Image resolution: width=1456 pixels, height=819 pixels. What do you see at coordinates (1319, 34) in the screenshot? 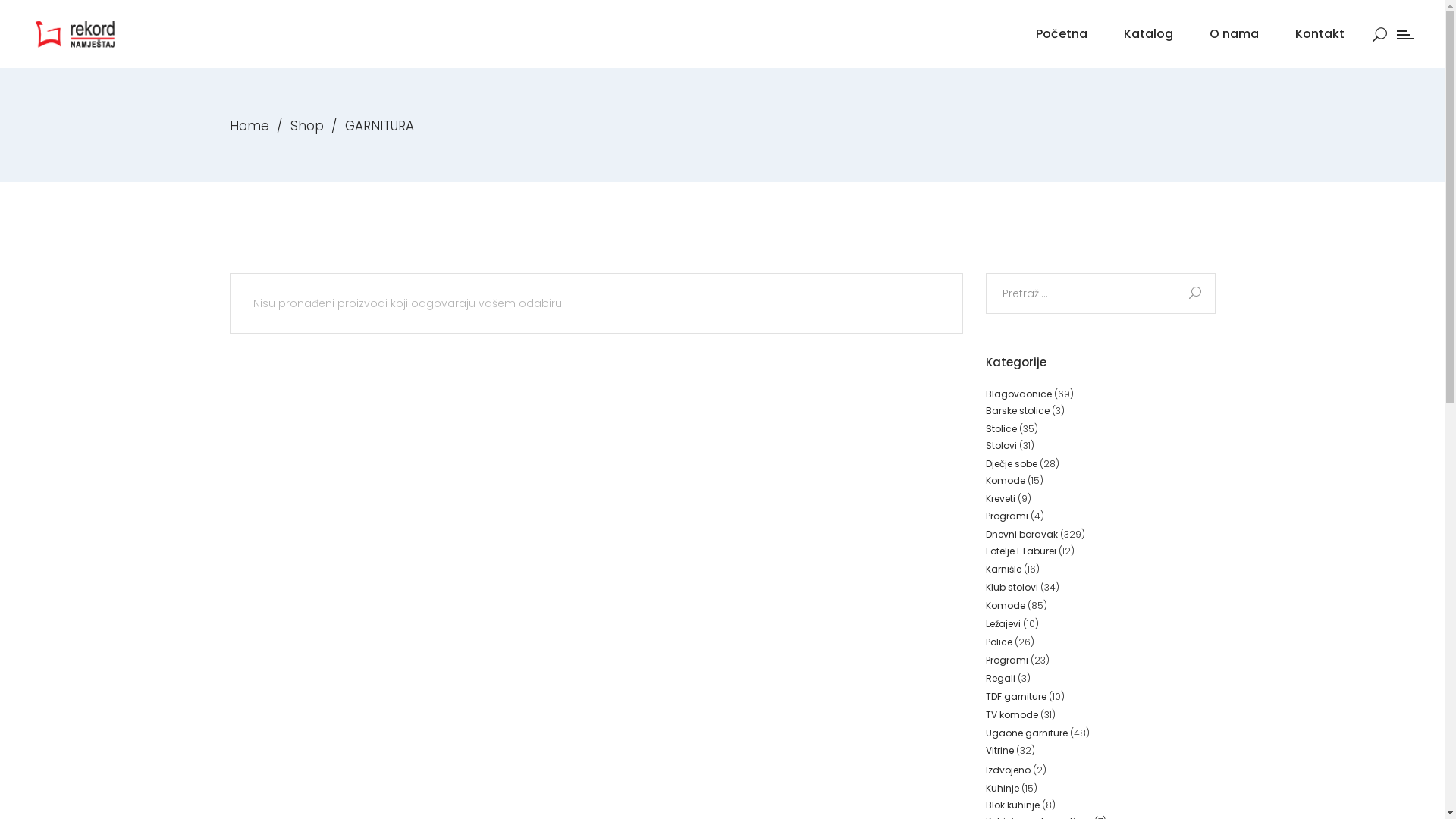
I see `'Kontakt'` at bounding box center [1319, 34].